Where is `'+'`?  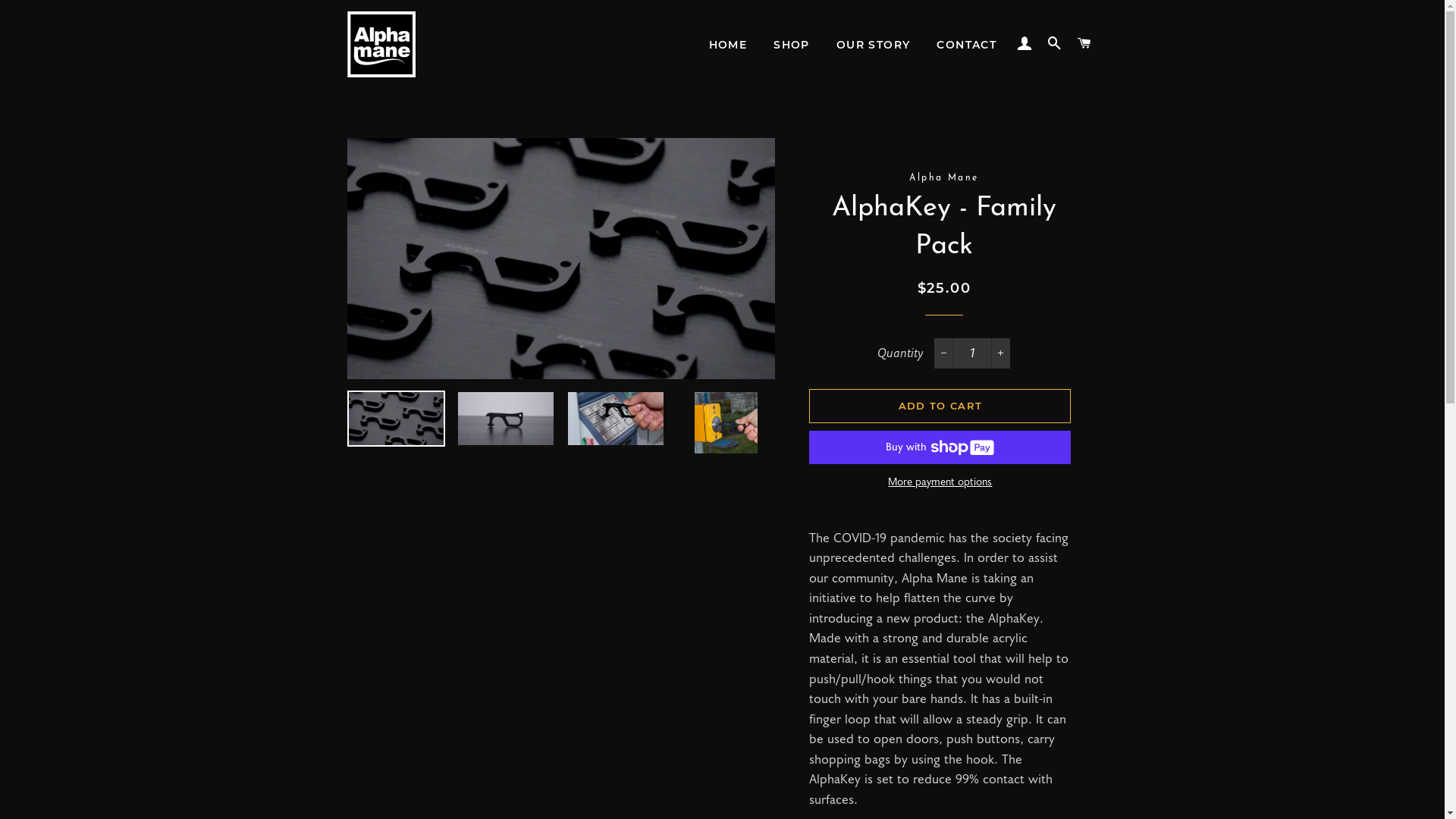 '+' is located at coordinates (1000, 353).